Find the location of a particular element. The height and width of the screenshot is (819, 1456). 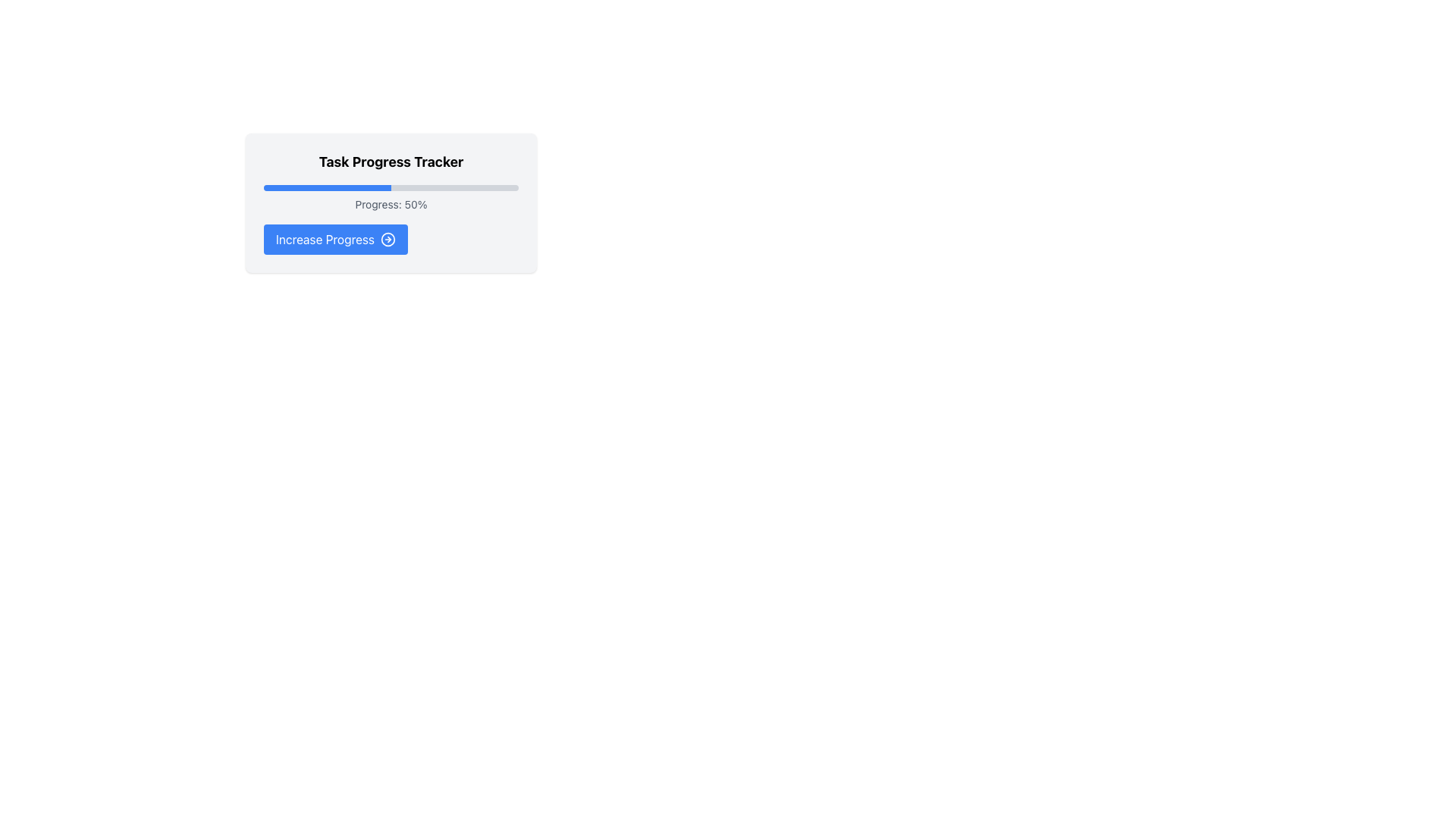

the static text element indicating the current state of progress, which reads '50%', located in the 'Task Progress Tracker' card, centered horizontally and positioned below the blue progress bar and above the 'Increase Progress' button is located at coordinates (391, 205).